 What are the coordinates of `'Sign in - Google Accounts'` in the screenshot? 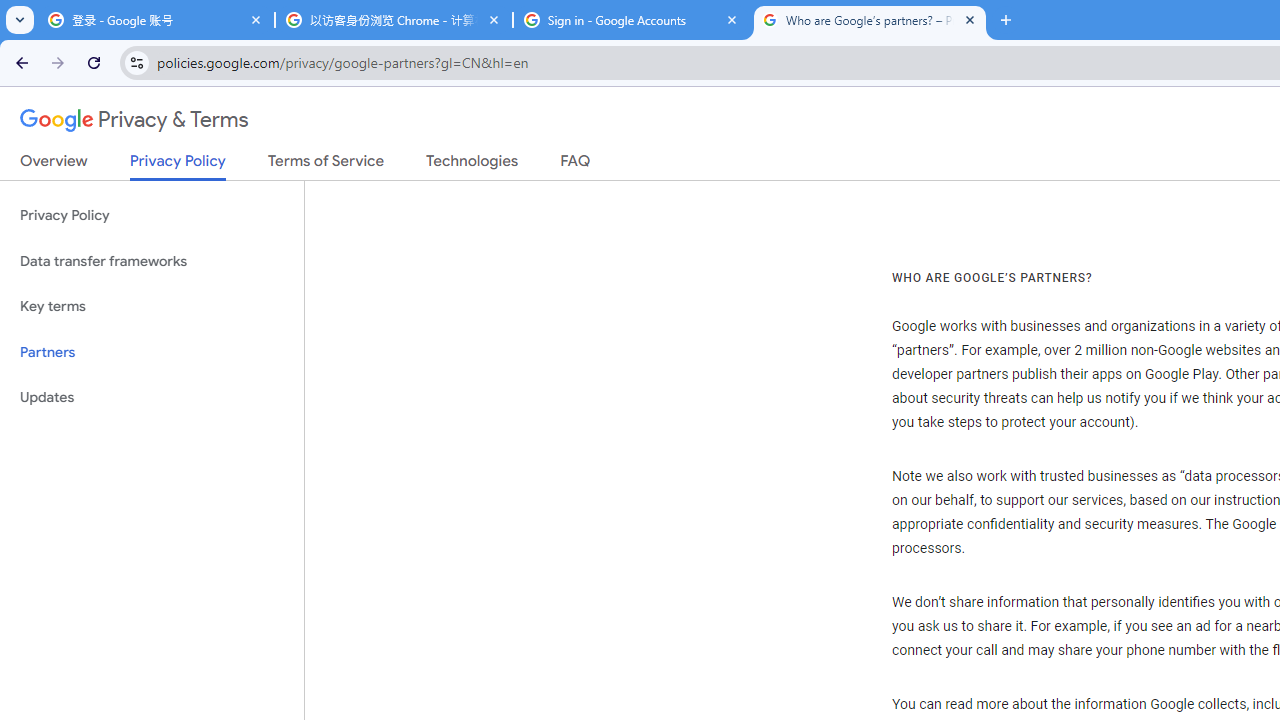 It's located at (631, 20).